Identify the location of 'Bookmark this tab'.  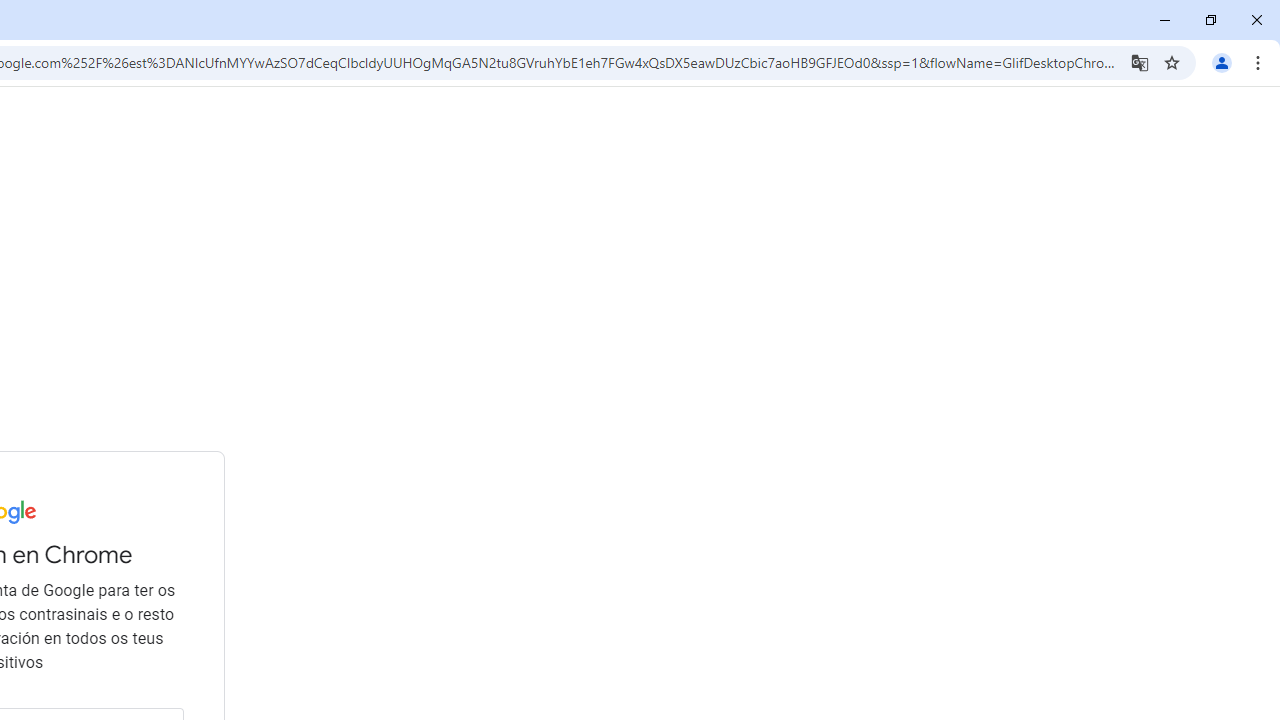
(1171, 61).